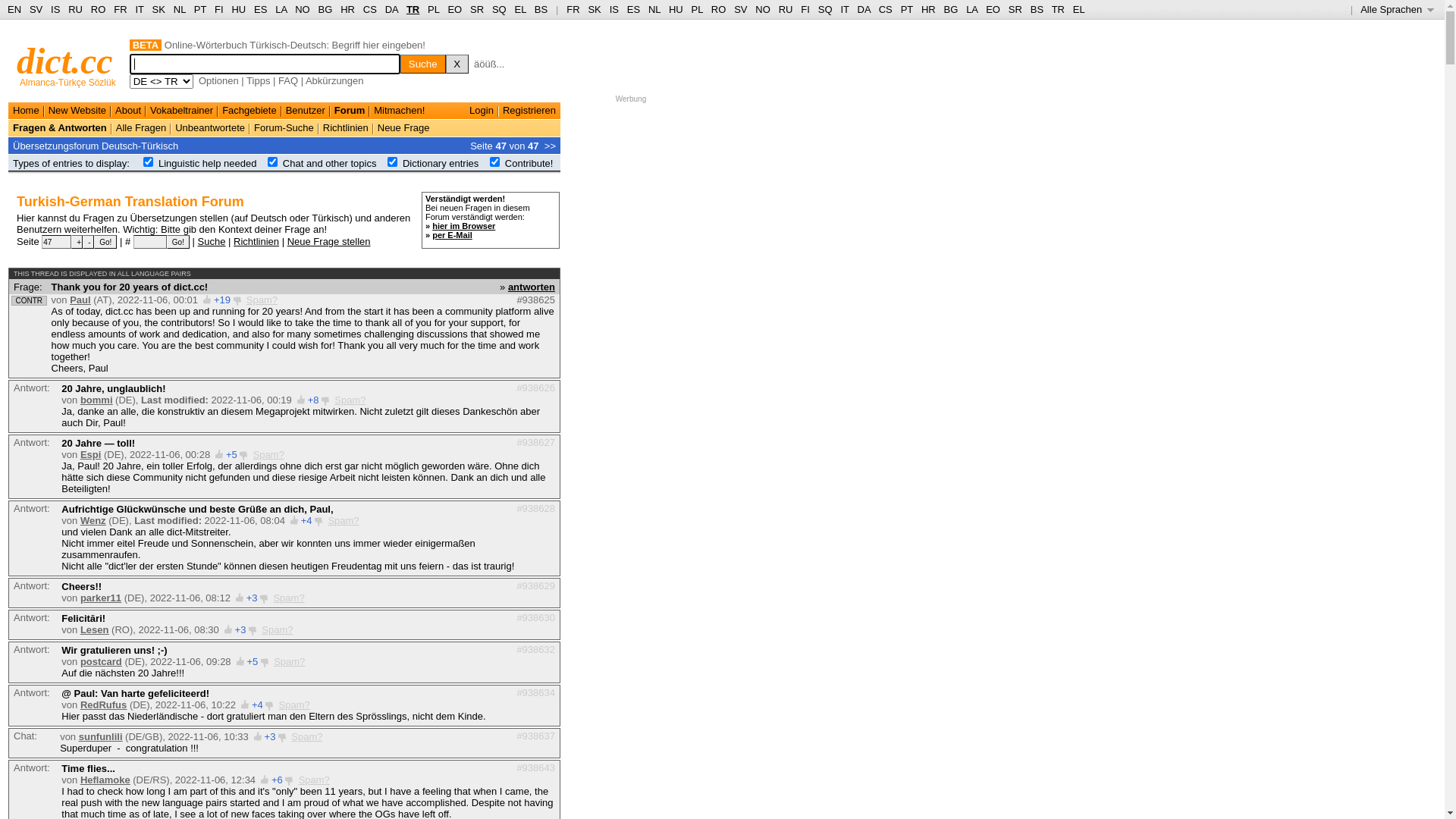  Describe the element at coordinates (325, 9) in the screenshot. I see `'BG'` at that location.